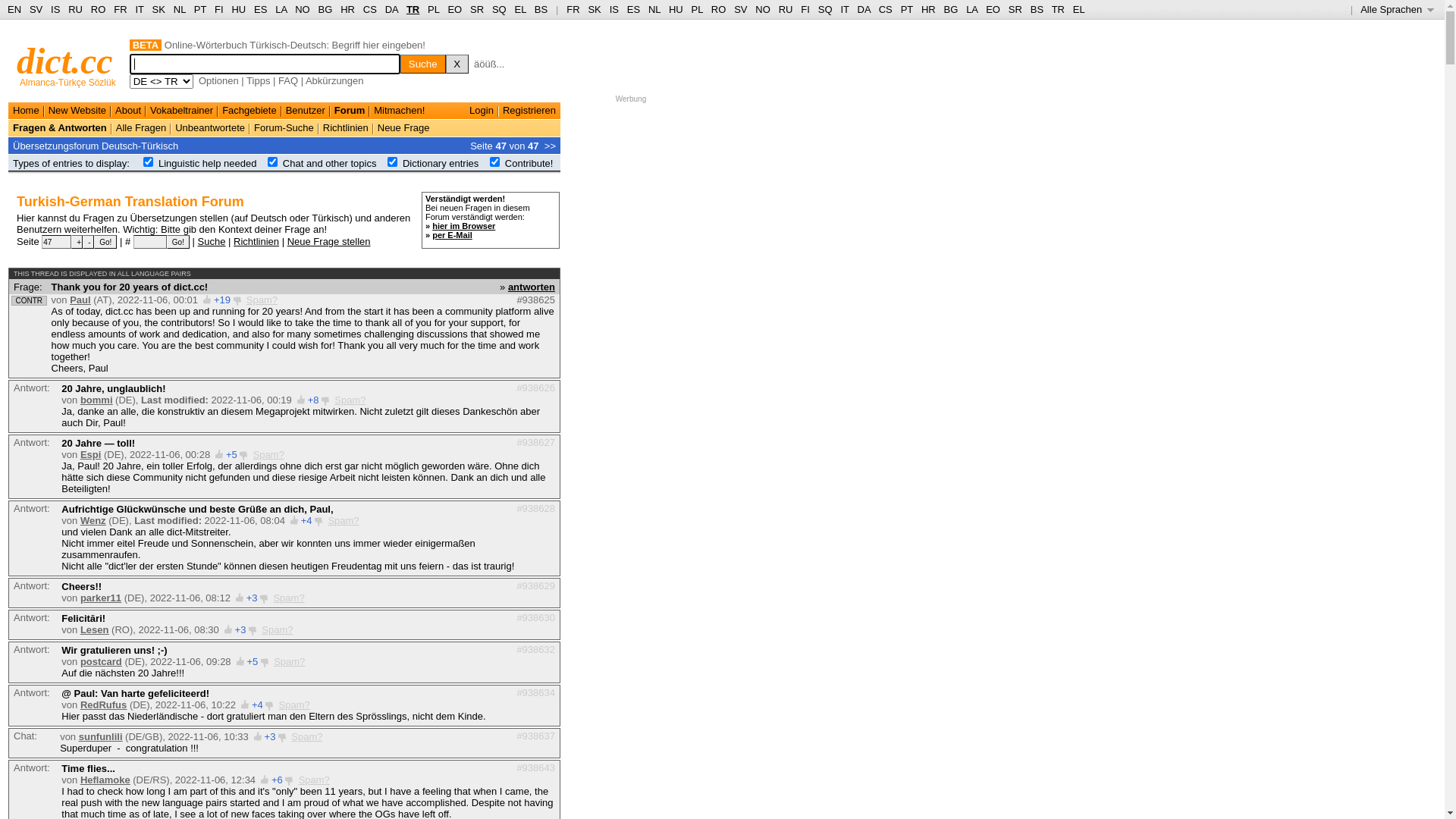  Describe the element at coordinates (325, 9) in the screenshot. I see `'BG'` at that location.